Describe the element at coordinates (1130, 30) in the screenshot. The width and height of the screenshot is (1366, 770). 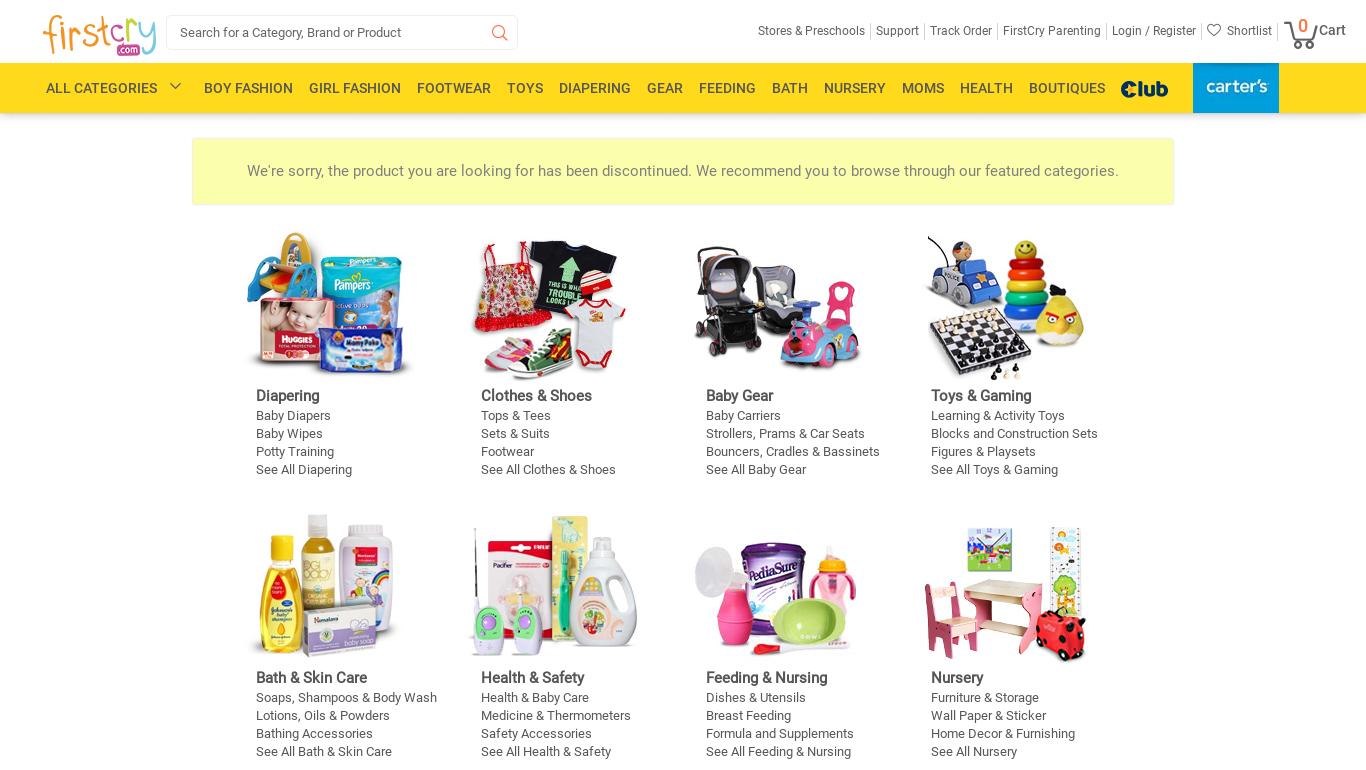
I see `'Login /'` at that location.